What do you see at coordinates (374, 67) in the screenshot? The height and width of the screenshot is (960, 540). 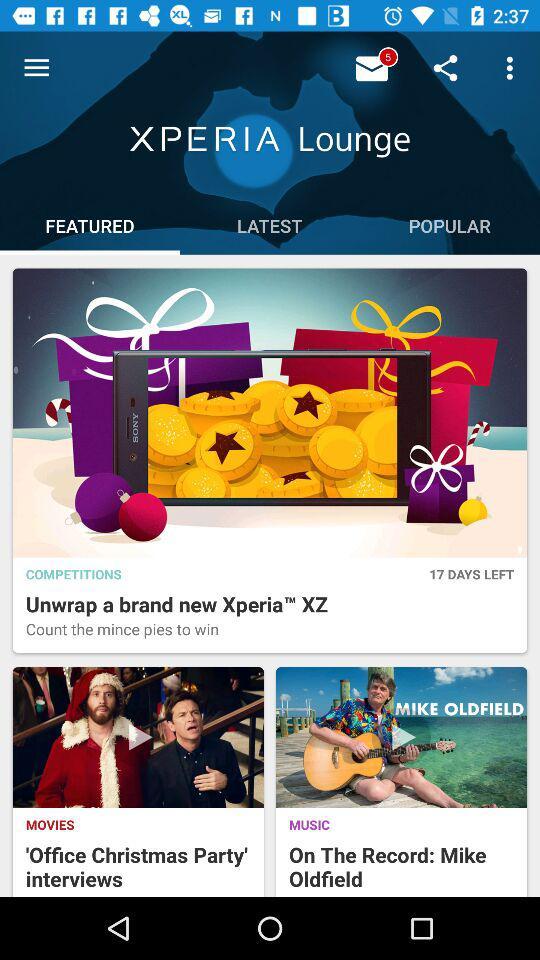 I see `share button click the beside inbox icon` at bounding box center [374, 67].